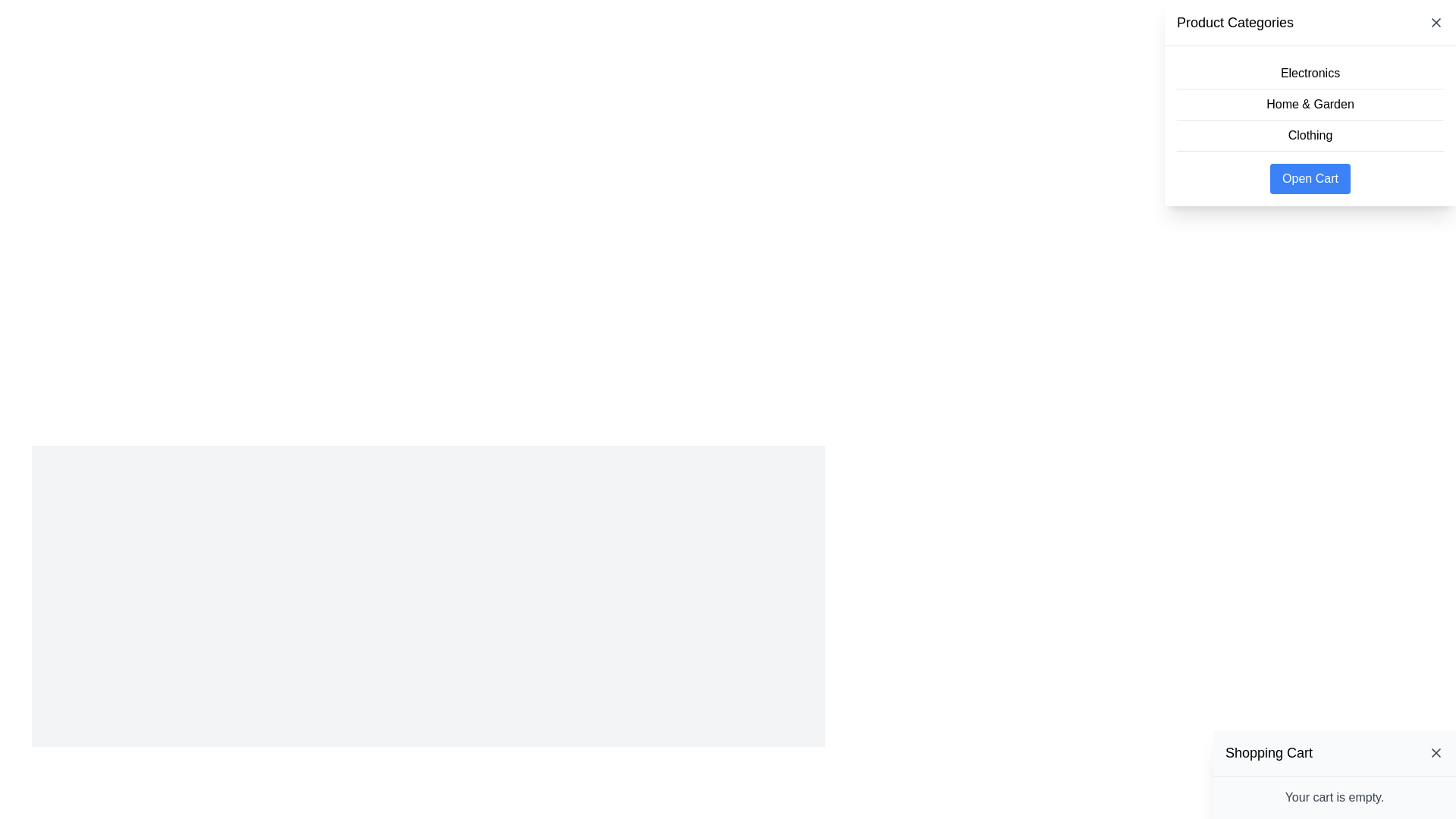 The width and height of the screenshot is (1456, 819). I want to click on the close icon in the top-right corner of the 'Shopping Cart' modal, so click(1436, 752).